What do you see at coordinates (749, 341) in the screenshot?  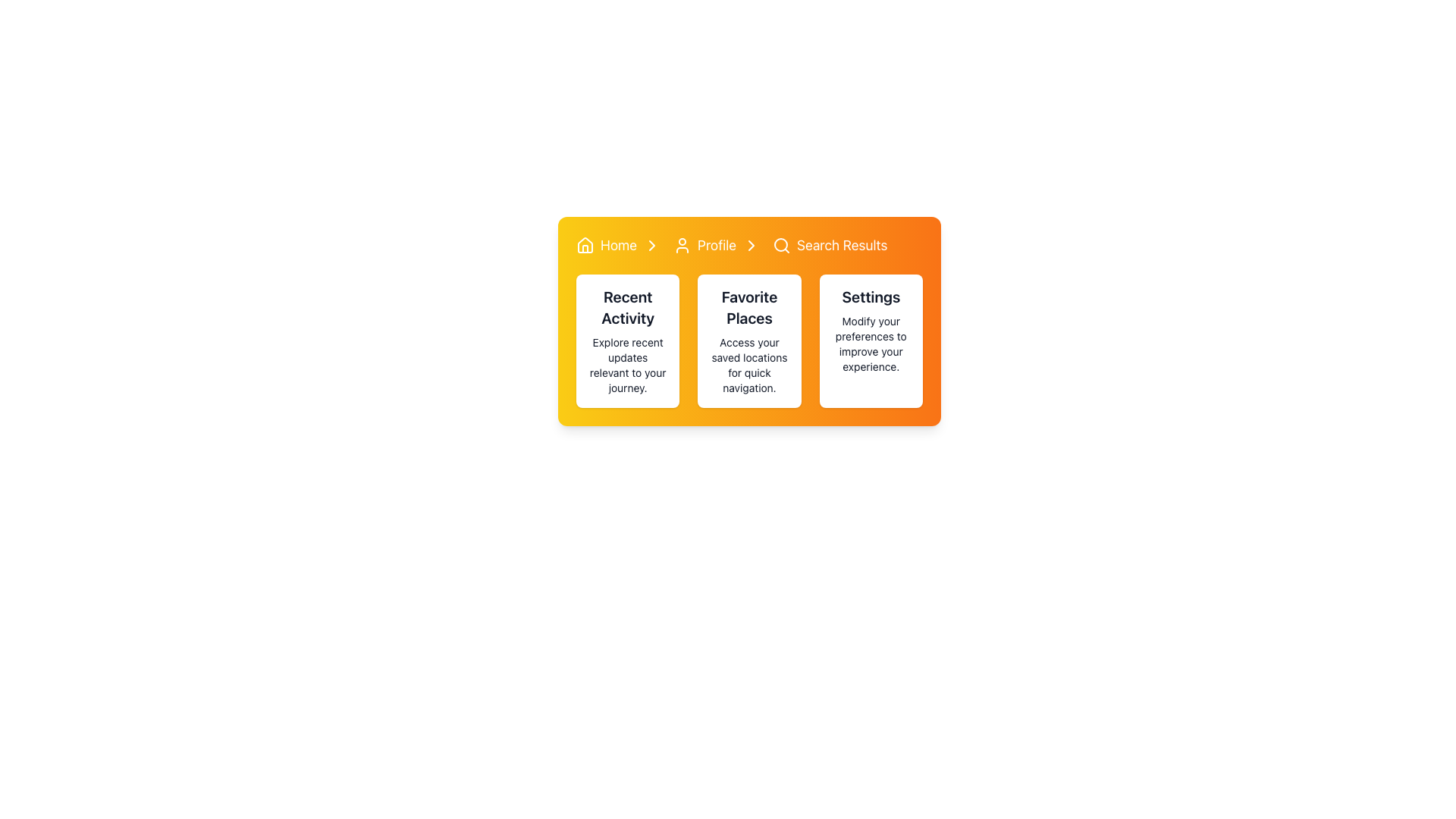 I see `the Informational Card titled 'Favorite Places', which features a bold black header and is located on an orange background, positioned in the middle of three horizontally arranged cards` at bounding box center [749, 341].